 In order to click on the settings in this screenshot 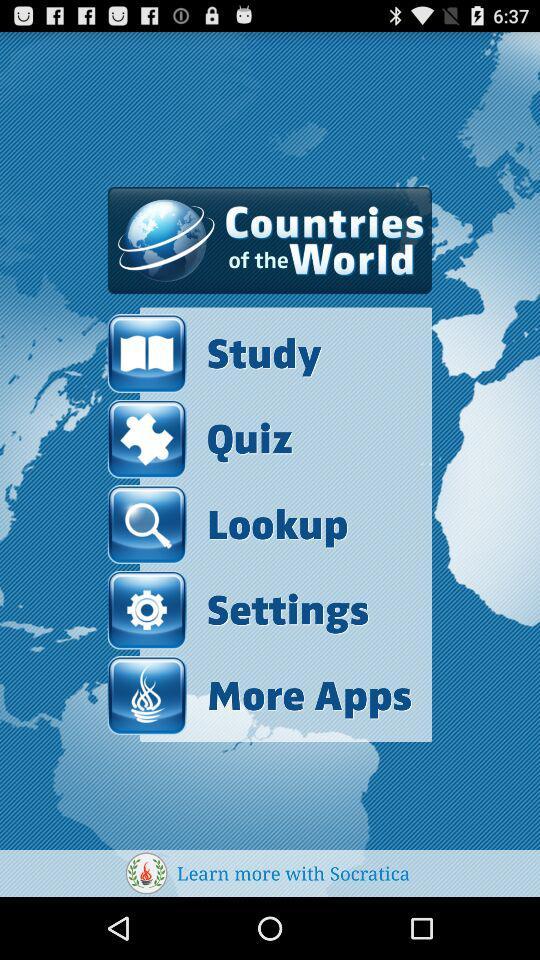, I will do `click(238, 609)`.